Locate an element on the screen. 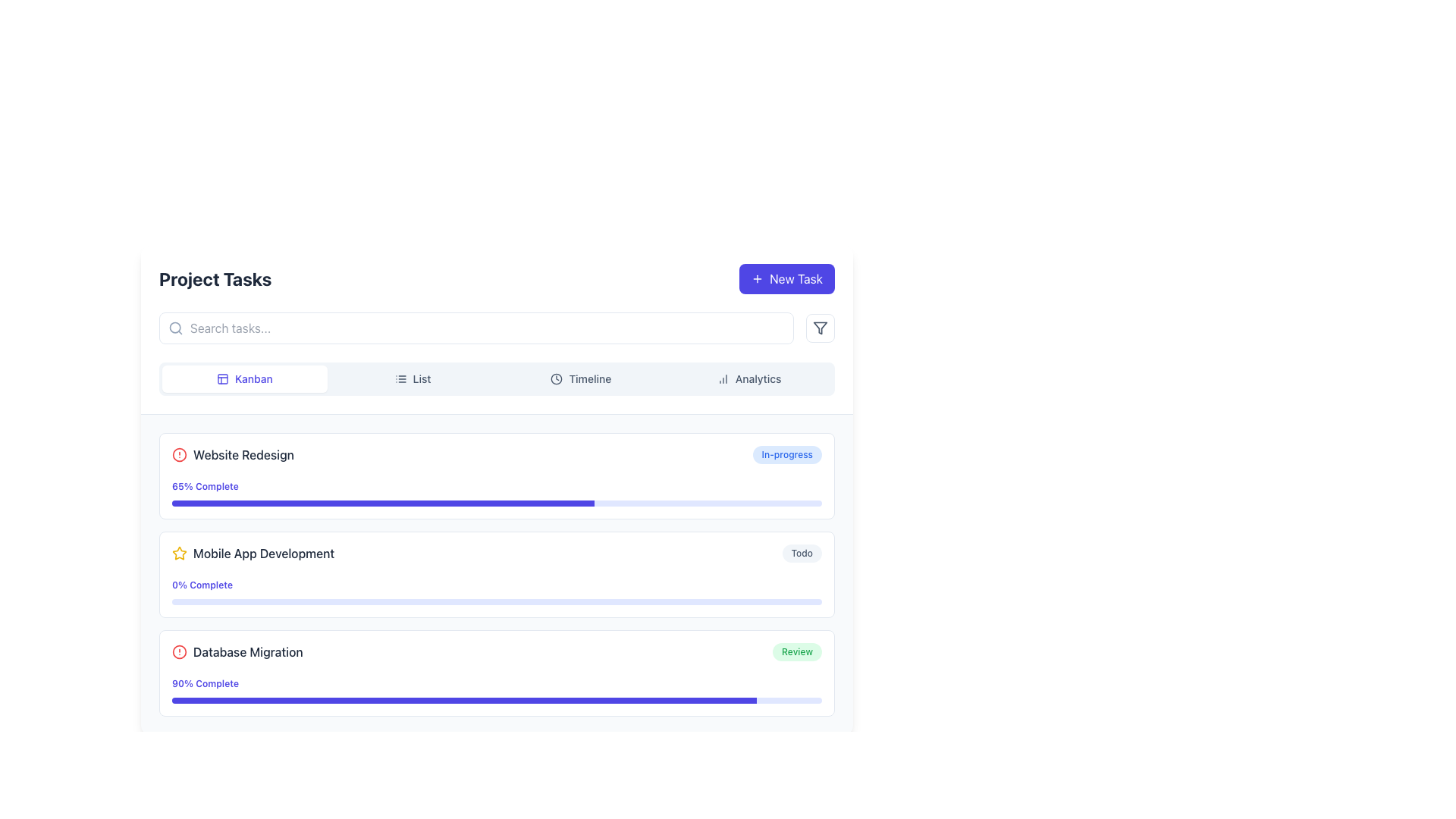 The image size is (1456, 819). the circular red stroke graphic element that is part of the alert icon associated with the Database Migration task is located at coordinates (179, 651).